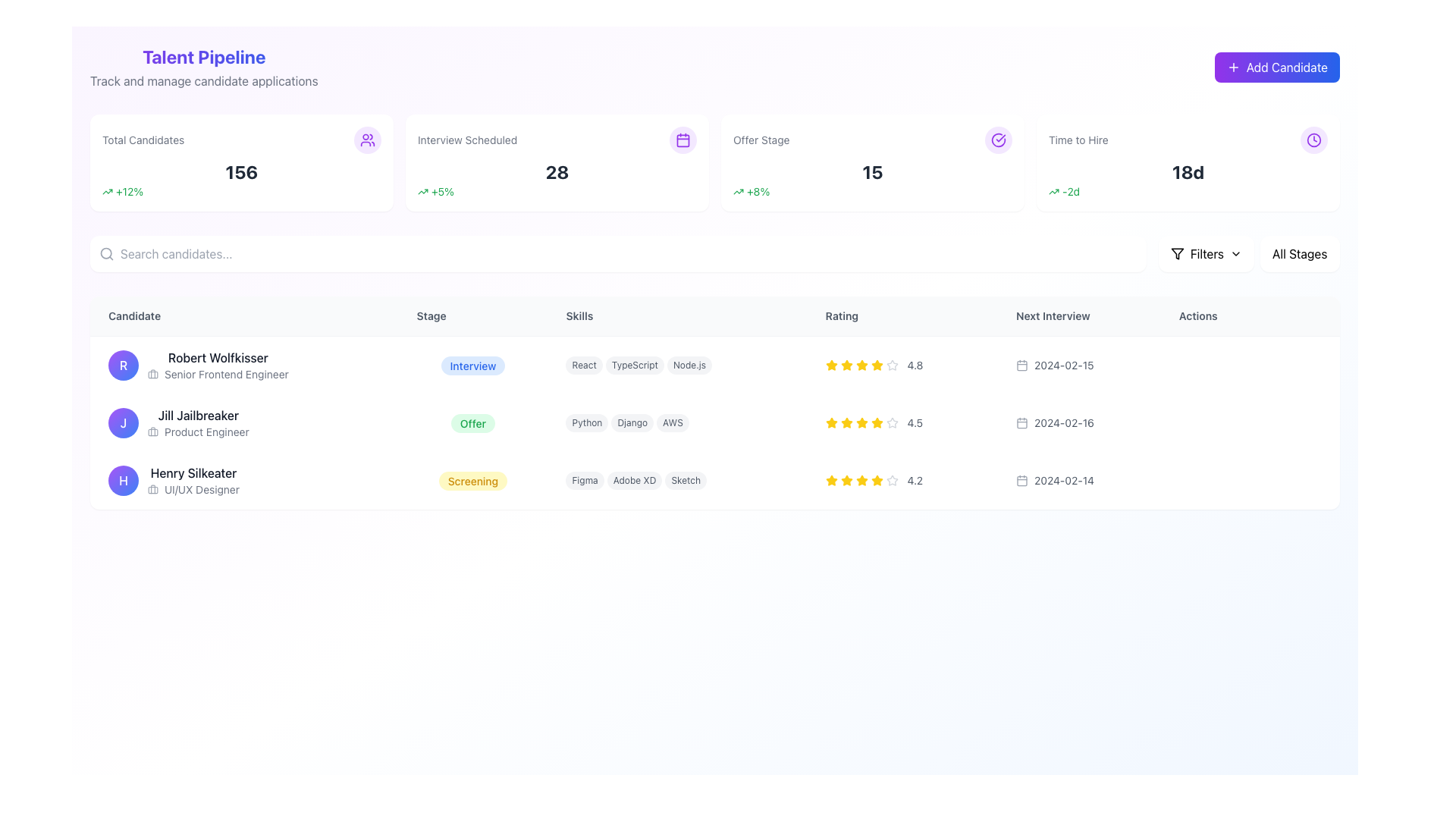 The height and width of the screenshot is (819, 1456). I want to click on the static text label displaying 'Offer Stage', which is located in the third visual card from the left, below the heading 'Talent Pipeline', so click(761, 140).